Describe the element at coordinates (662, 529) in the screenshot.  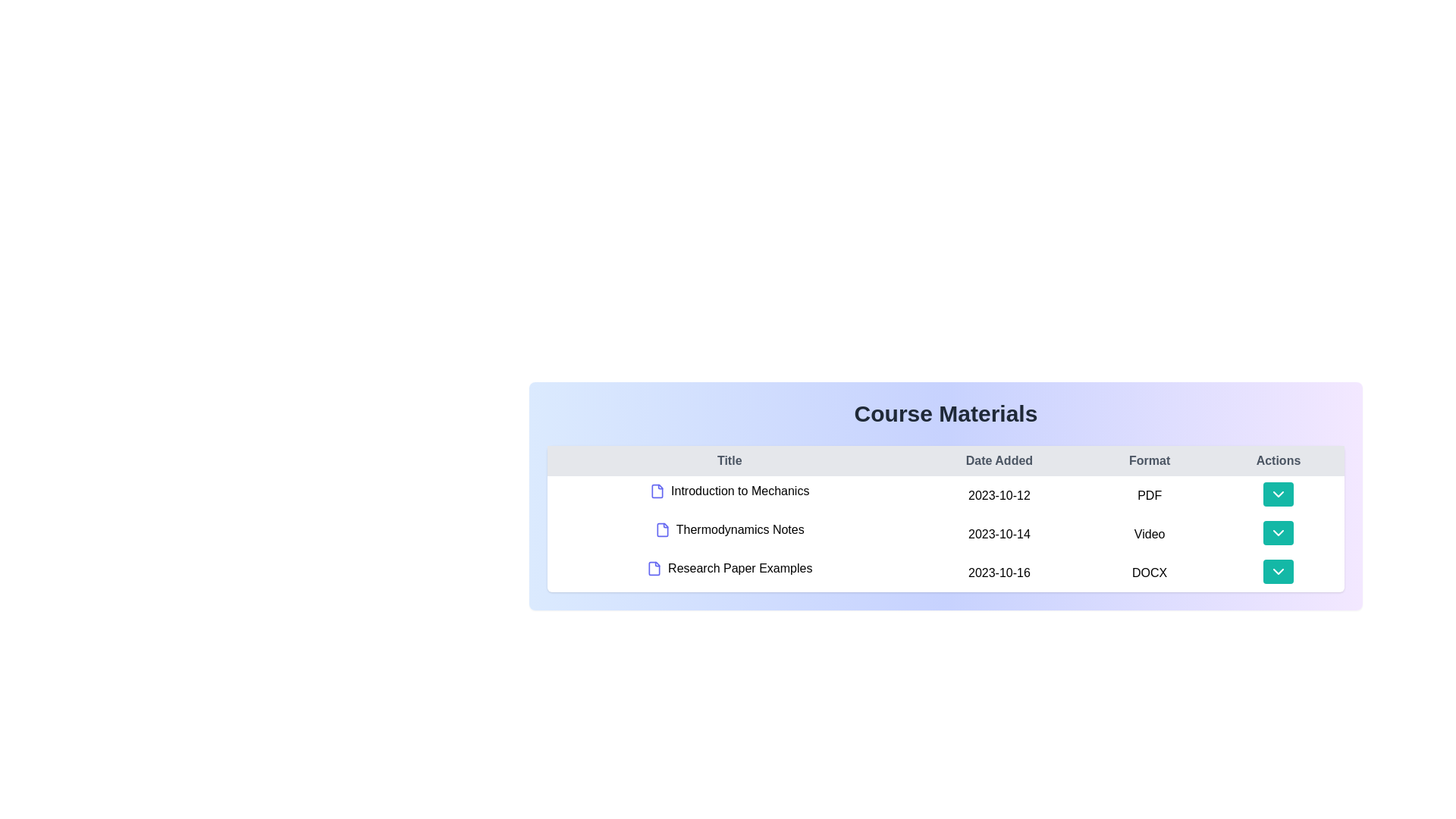
I see `the document icon representing 'Thermodynamics Notes'` at that location.